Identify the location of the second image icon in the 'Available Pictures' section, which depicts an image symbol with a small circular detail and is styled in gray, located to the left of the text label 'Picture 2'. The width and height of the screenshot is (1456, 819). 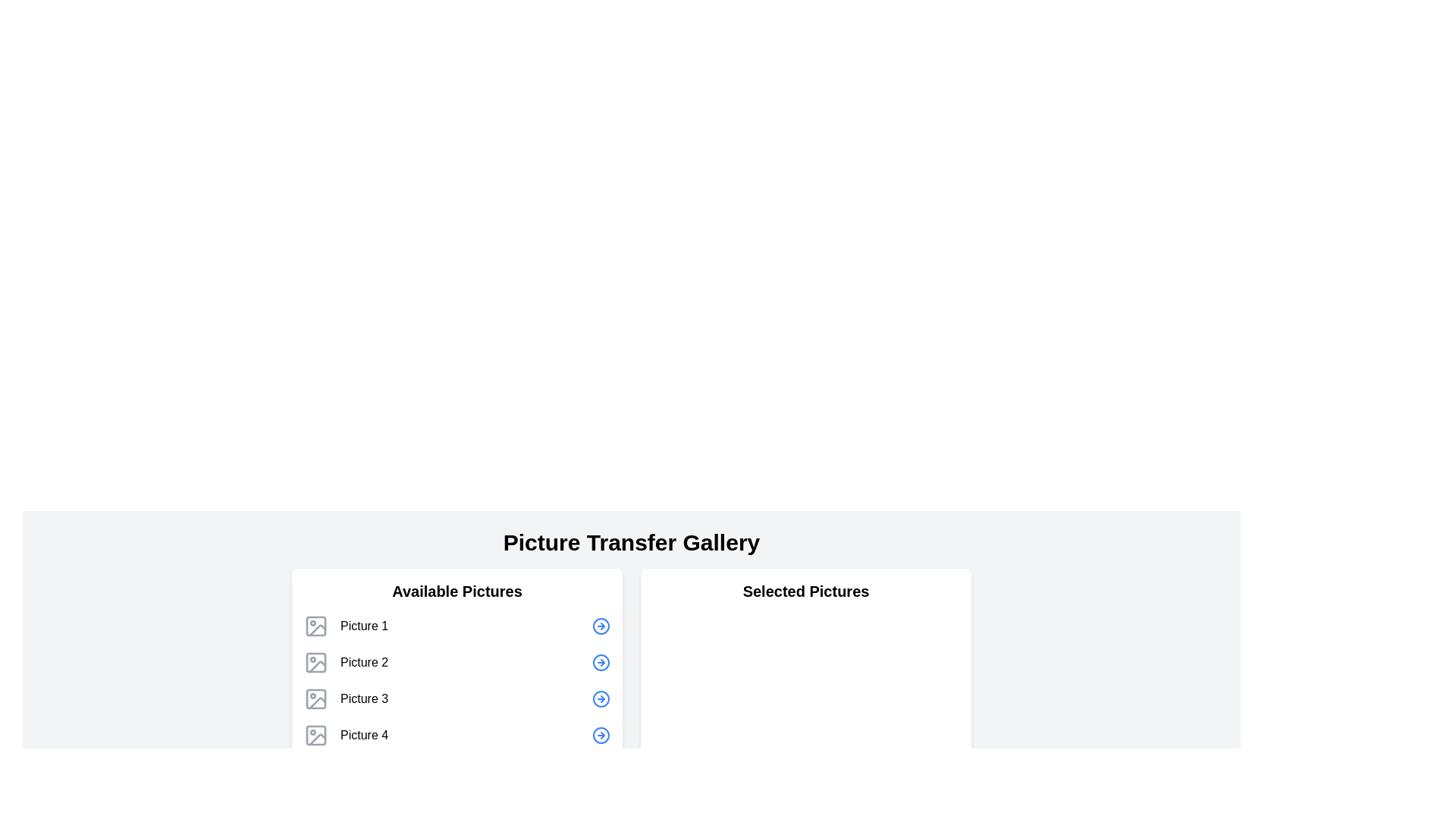
(315, 662).